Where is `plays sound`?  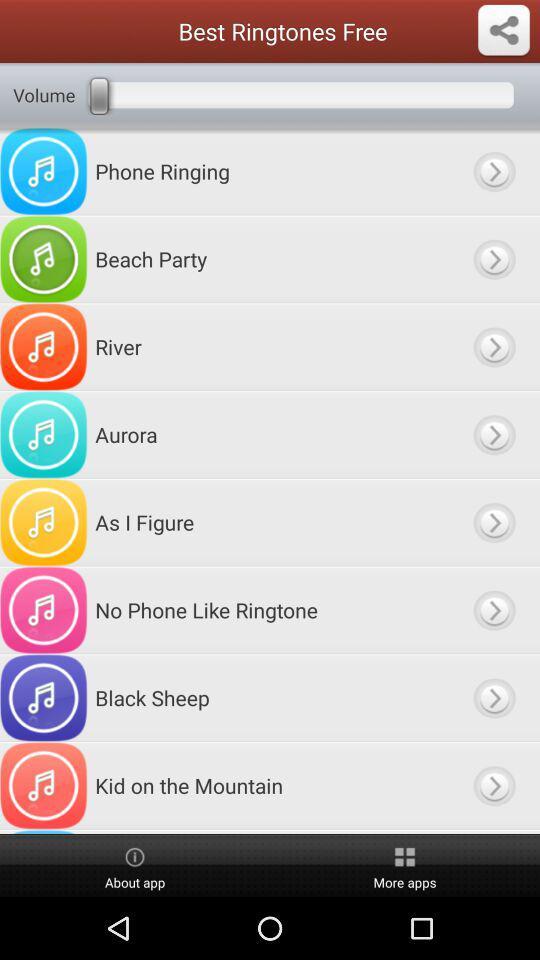 plays sound is located at coordinates (493, 434).